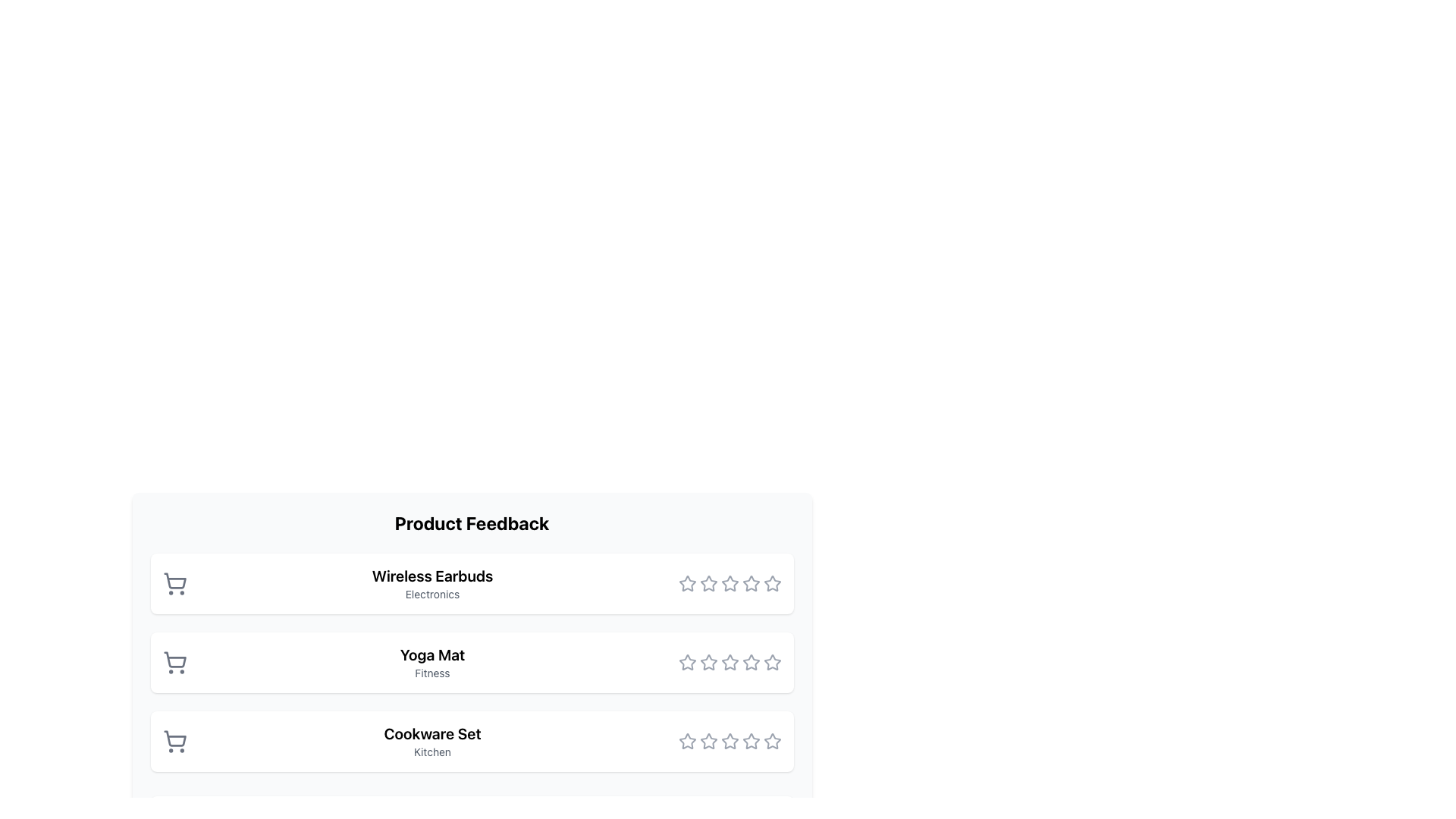 The image size is (1456, 819). What do you see at coordinates (174, 580) in the screenshot?
I see `the shopping cart icon located to the left of the 'Wireless Earbuds' text in the first item of the vertical list` at bounding box center [174, 580].